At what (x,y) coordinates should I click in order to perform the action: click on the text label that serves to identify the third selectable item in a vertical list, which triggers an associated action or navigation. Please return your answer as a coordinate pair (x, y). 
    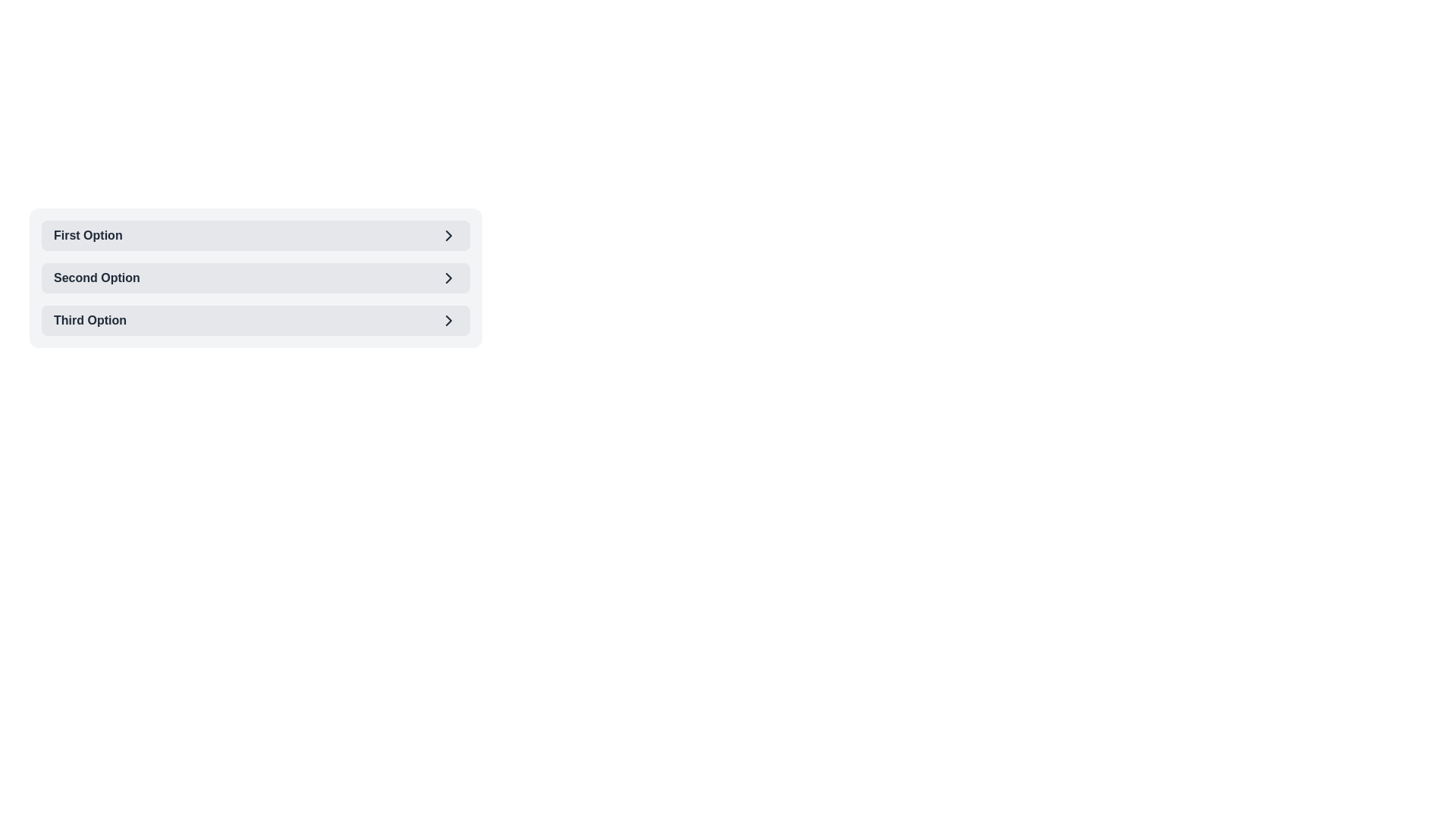
    Looking at the image, I should click on (89, 320).